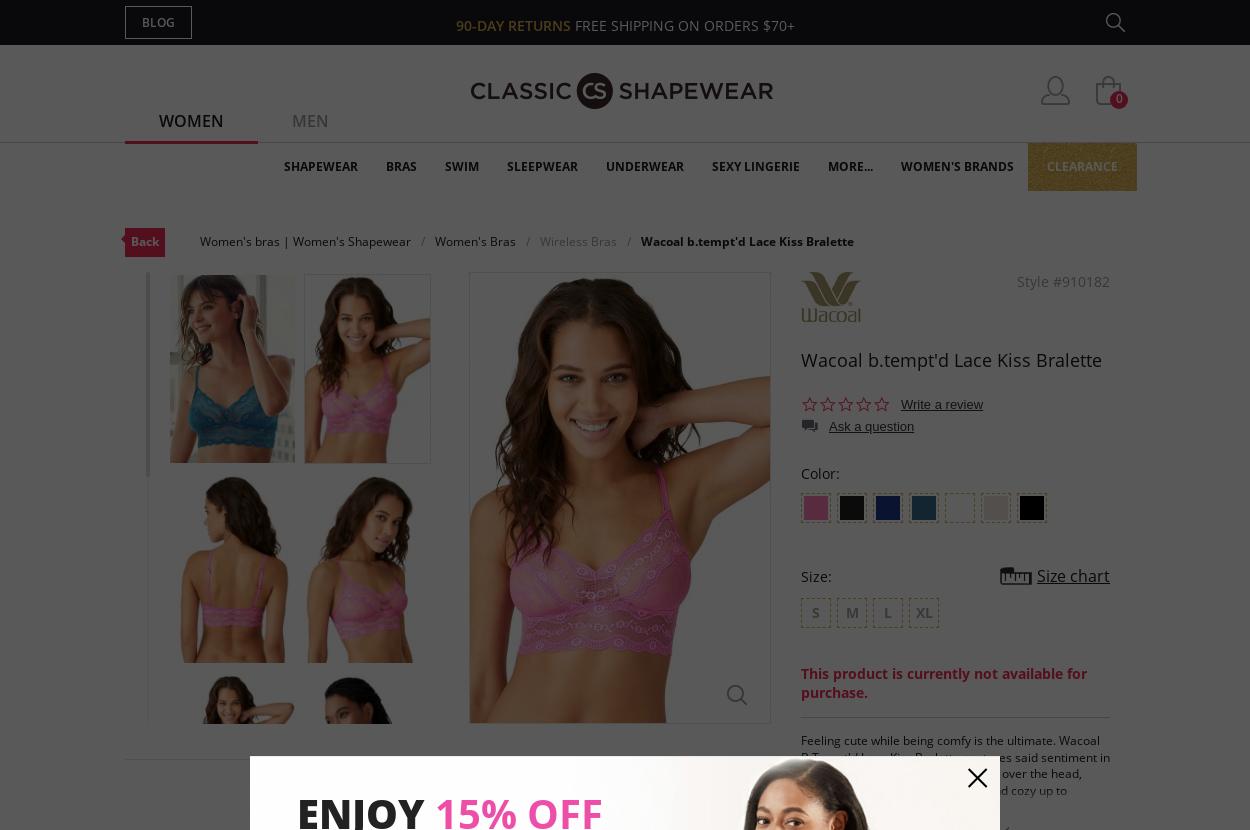  Describe the element at coordinates (542, 166) in the screenshot. I see `'Sleepwear'` at that location.